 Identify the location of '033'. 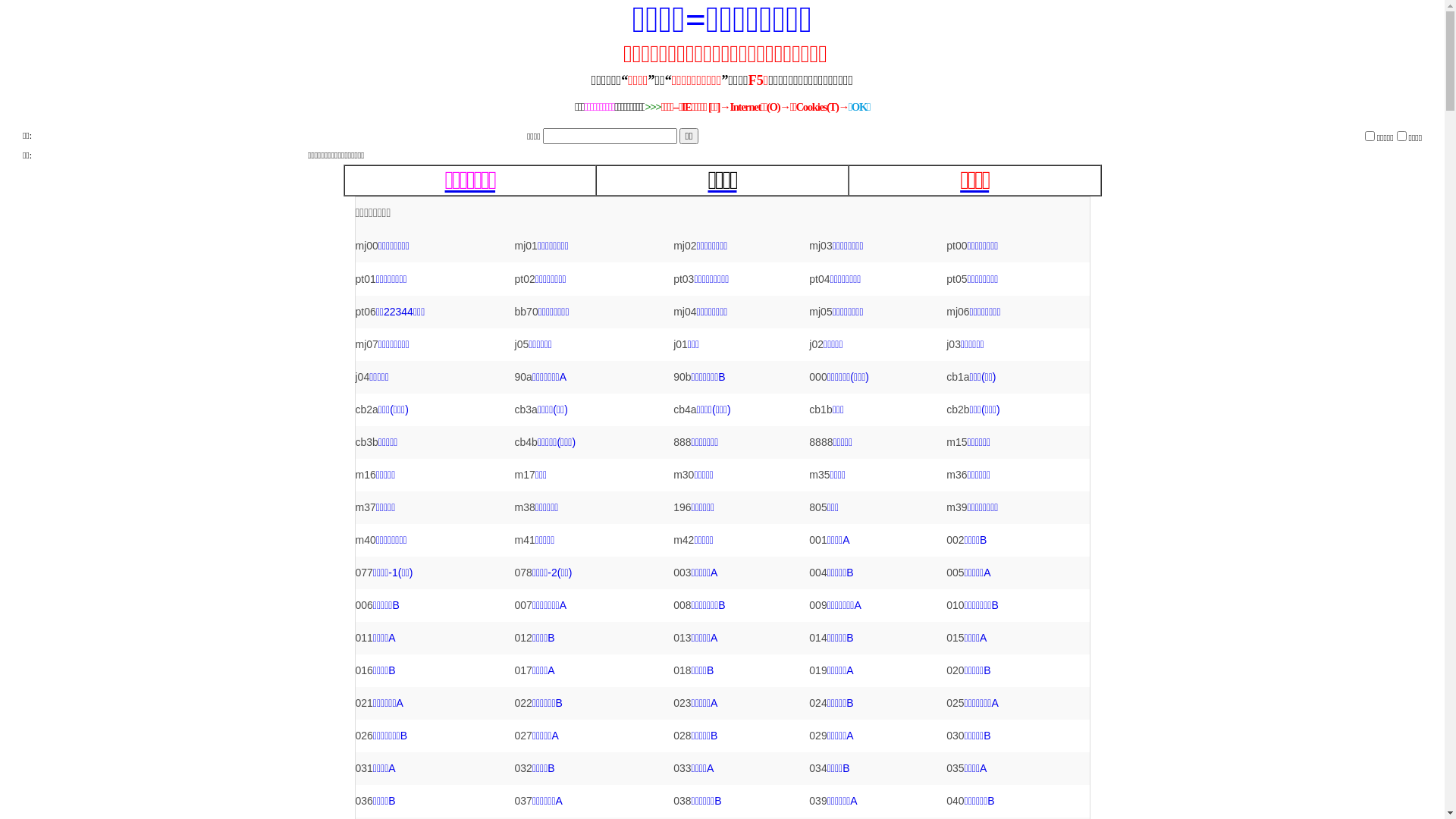
(681, 768).